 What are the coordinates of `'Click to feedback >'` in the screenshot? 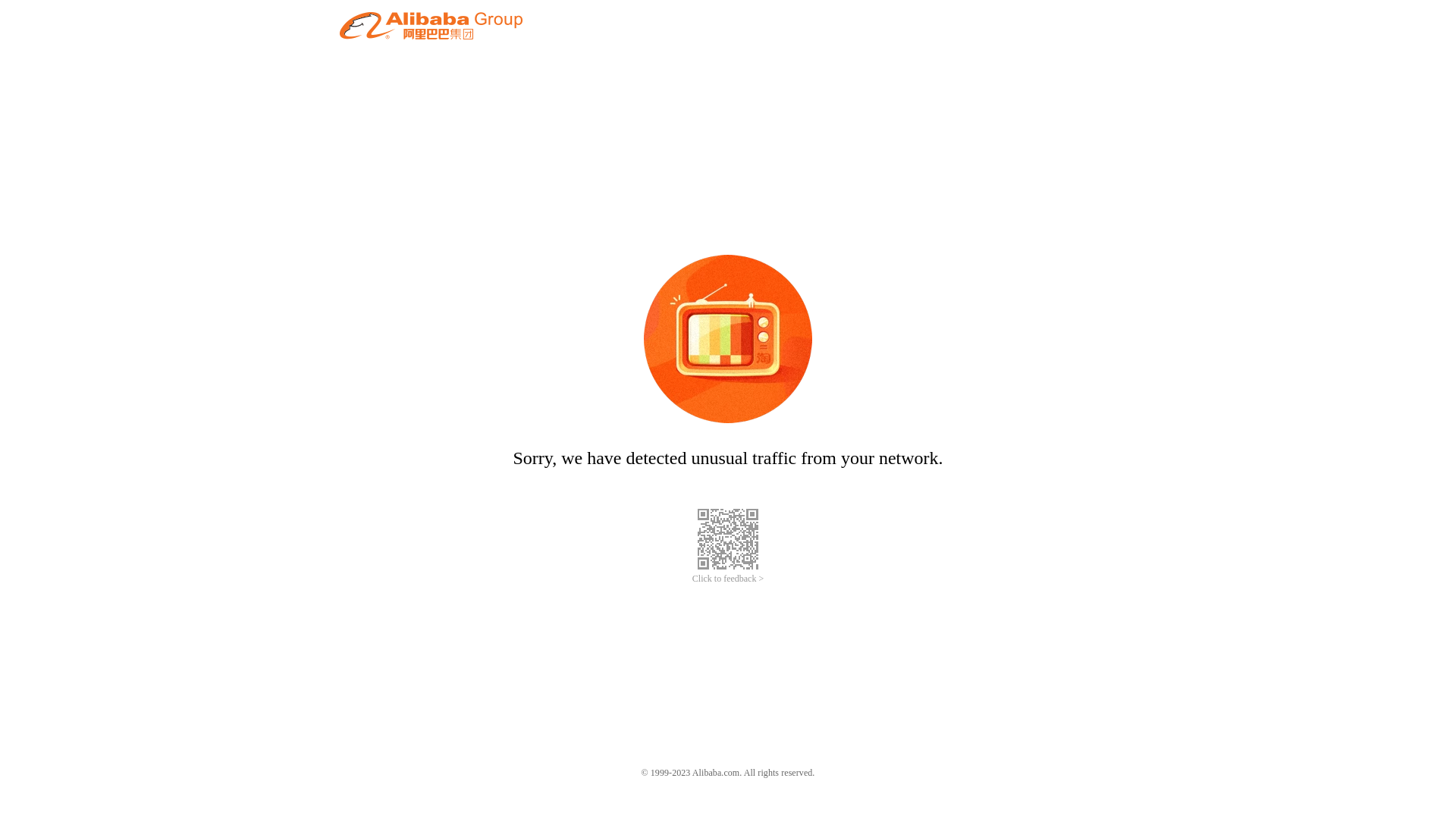 It's located at (691, 579).